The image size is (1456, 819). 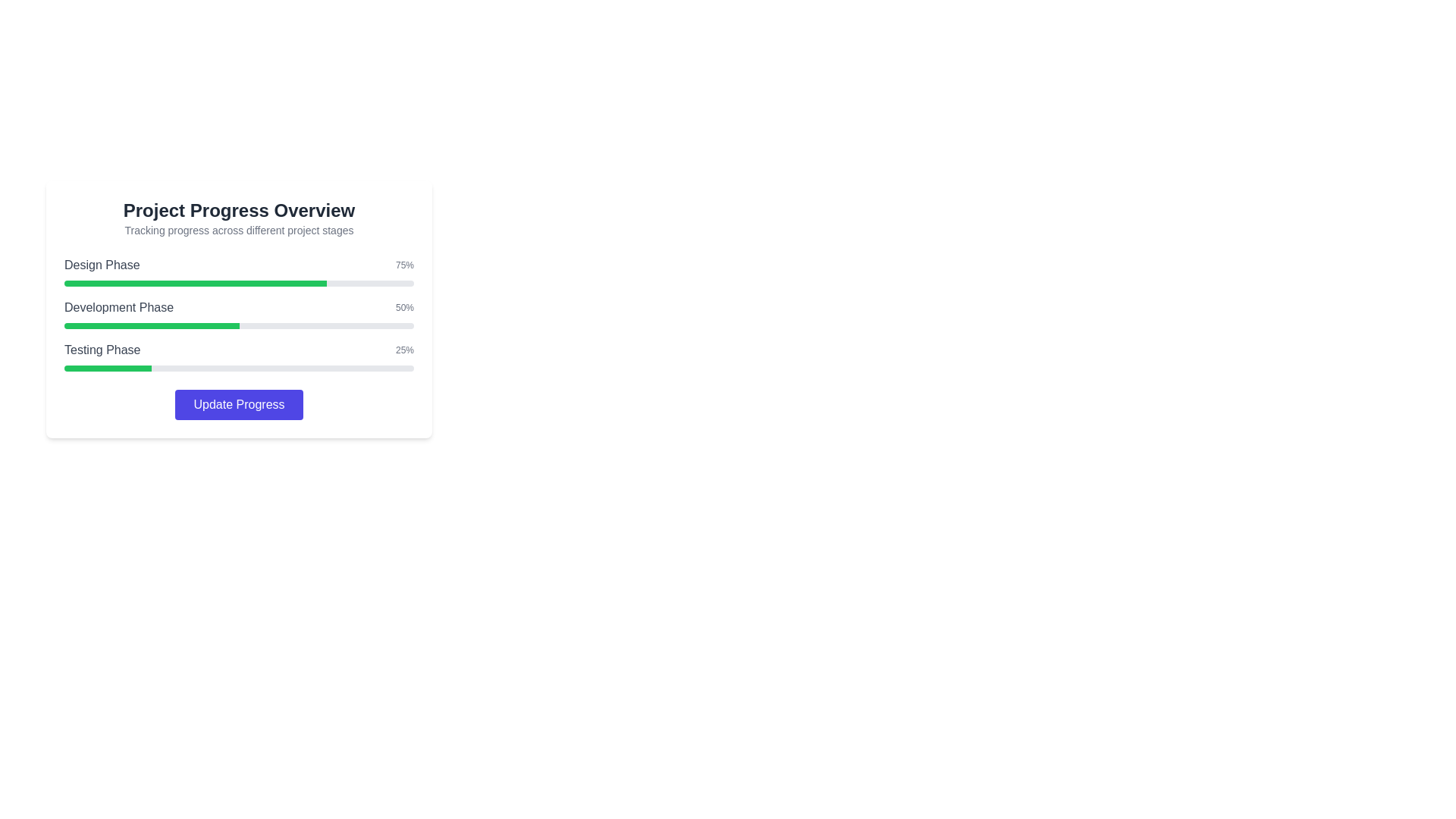 I want to click on the 'Update Progress' button with a blue background and white text located at the bottom center of the 'Project Progress Overview' card to update progress, so click(x=238, y=403).